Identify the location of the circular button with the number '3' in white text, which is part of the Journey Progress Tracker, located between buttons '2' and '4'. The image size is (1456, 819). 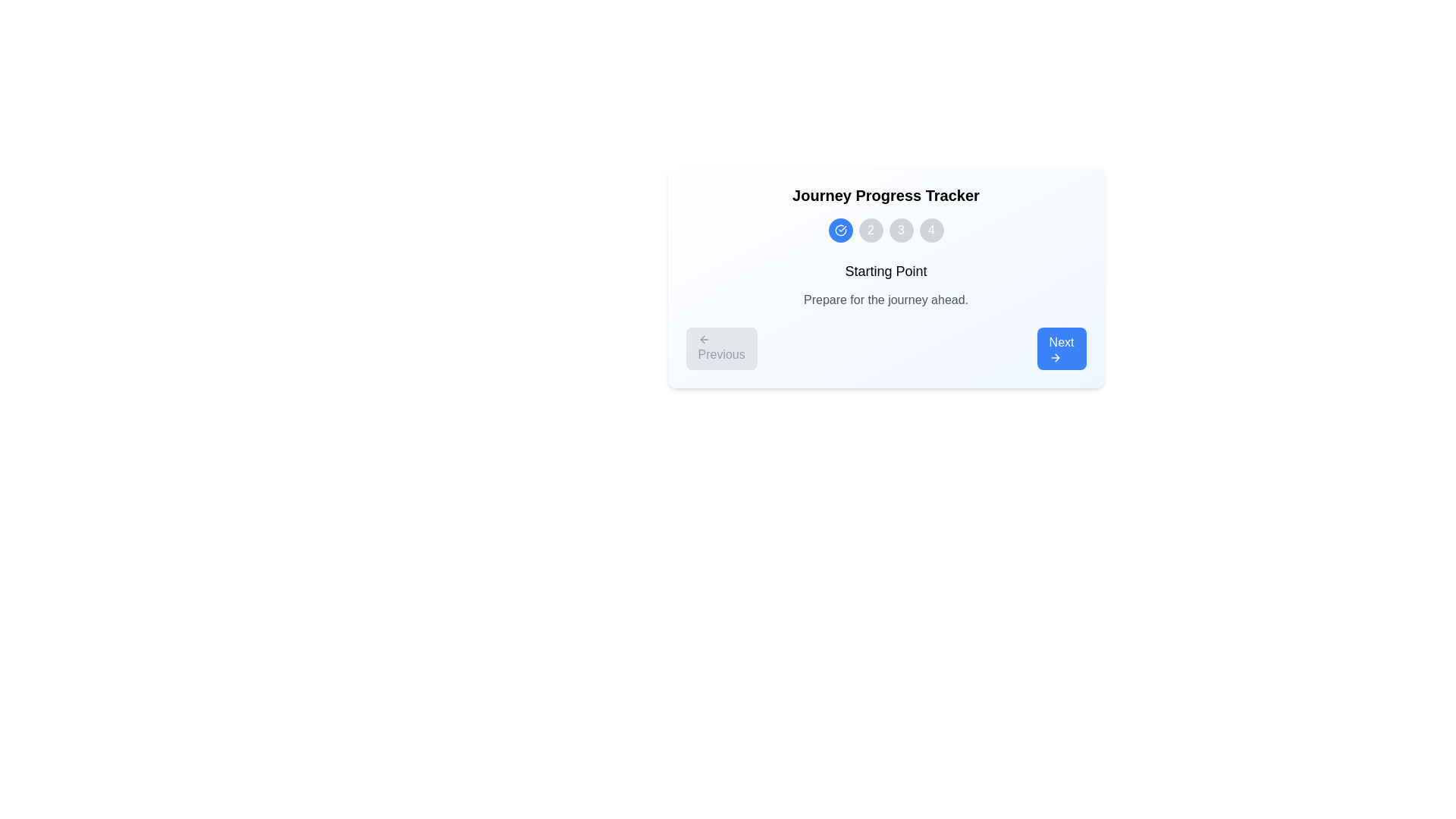
(901, 231).